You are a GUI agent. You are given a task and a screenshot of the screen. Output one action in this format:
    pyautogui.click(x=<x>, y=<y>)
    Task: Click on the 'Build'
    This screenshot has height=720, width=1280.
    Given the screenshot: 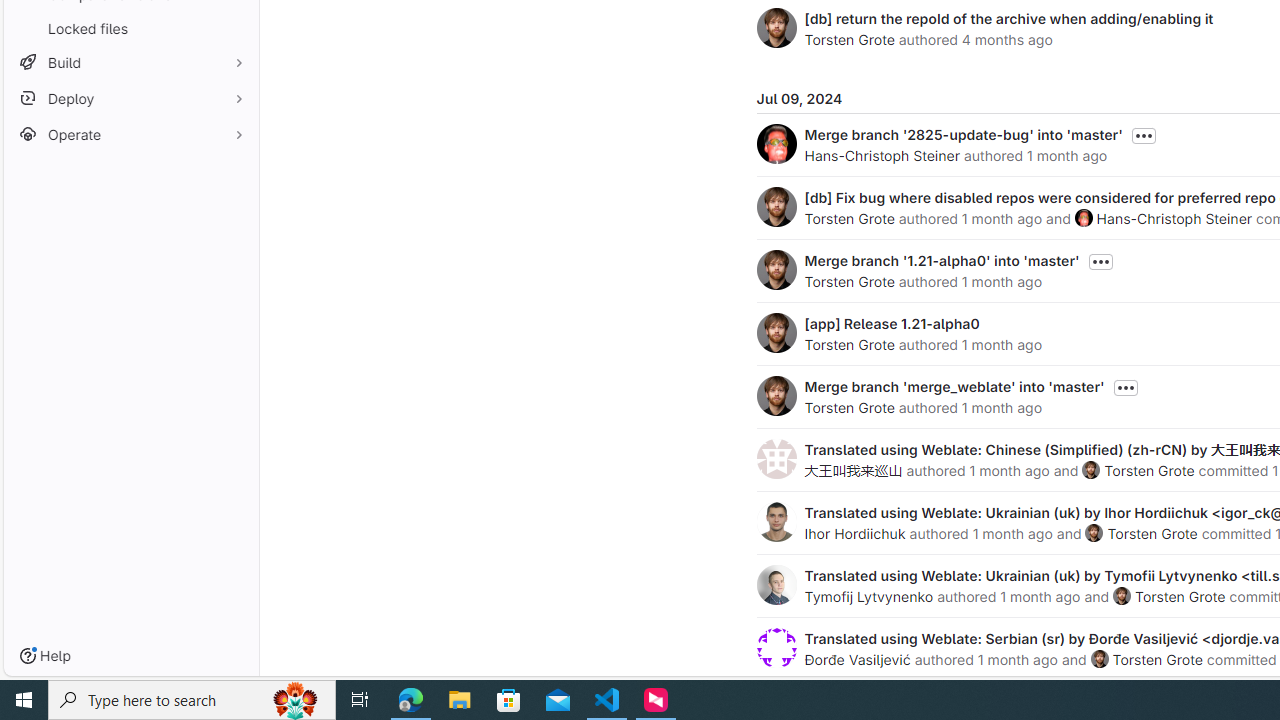 What is the action you would take?
    pyautogui.click(x=130, y=61)
    